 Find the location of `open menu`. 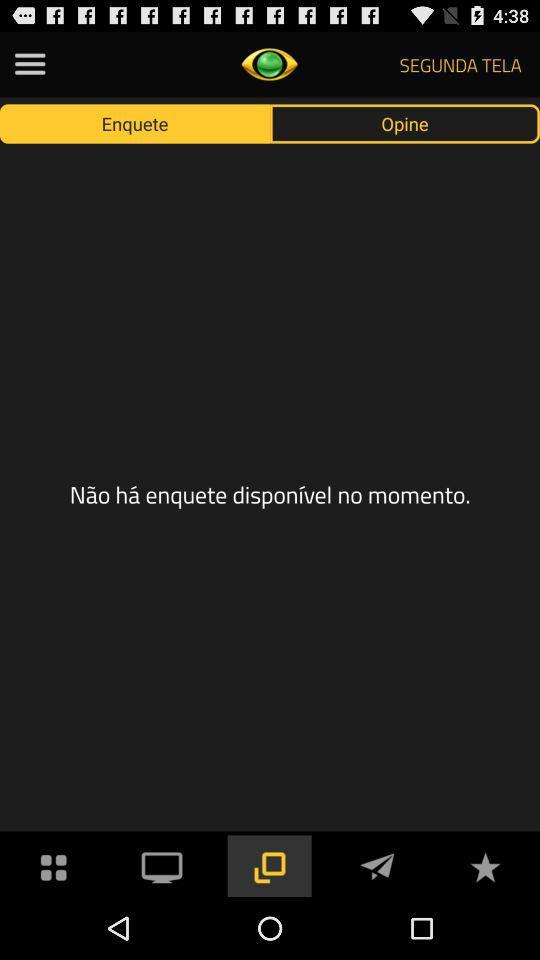

open menu is located at coordinates (29, 64).